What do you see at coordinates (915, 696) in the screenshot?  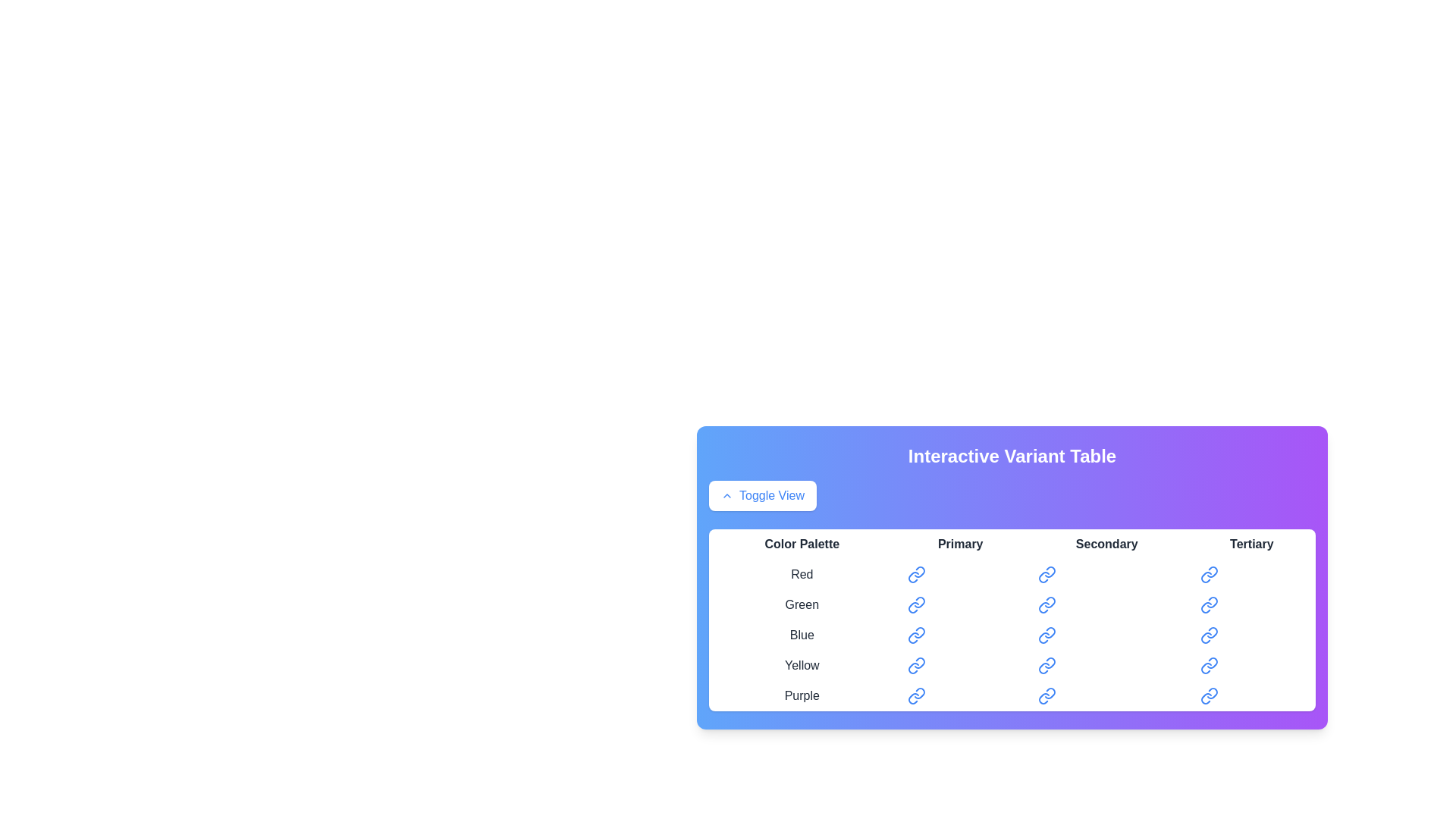 I see `the blue link icon resembling a chain link in the last row of the 'Primary' column under the 'Purple' label in the 'Interactive Variant Table'` at bounding box center [915, 696].